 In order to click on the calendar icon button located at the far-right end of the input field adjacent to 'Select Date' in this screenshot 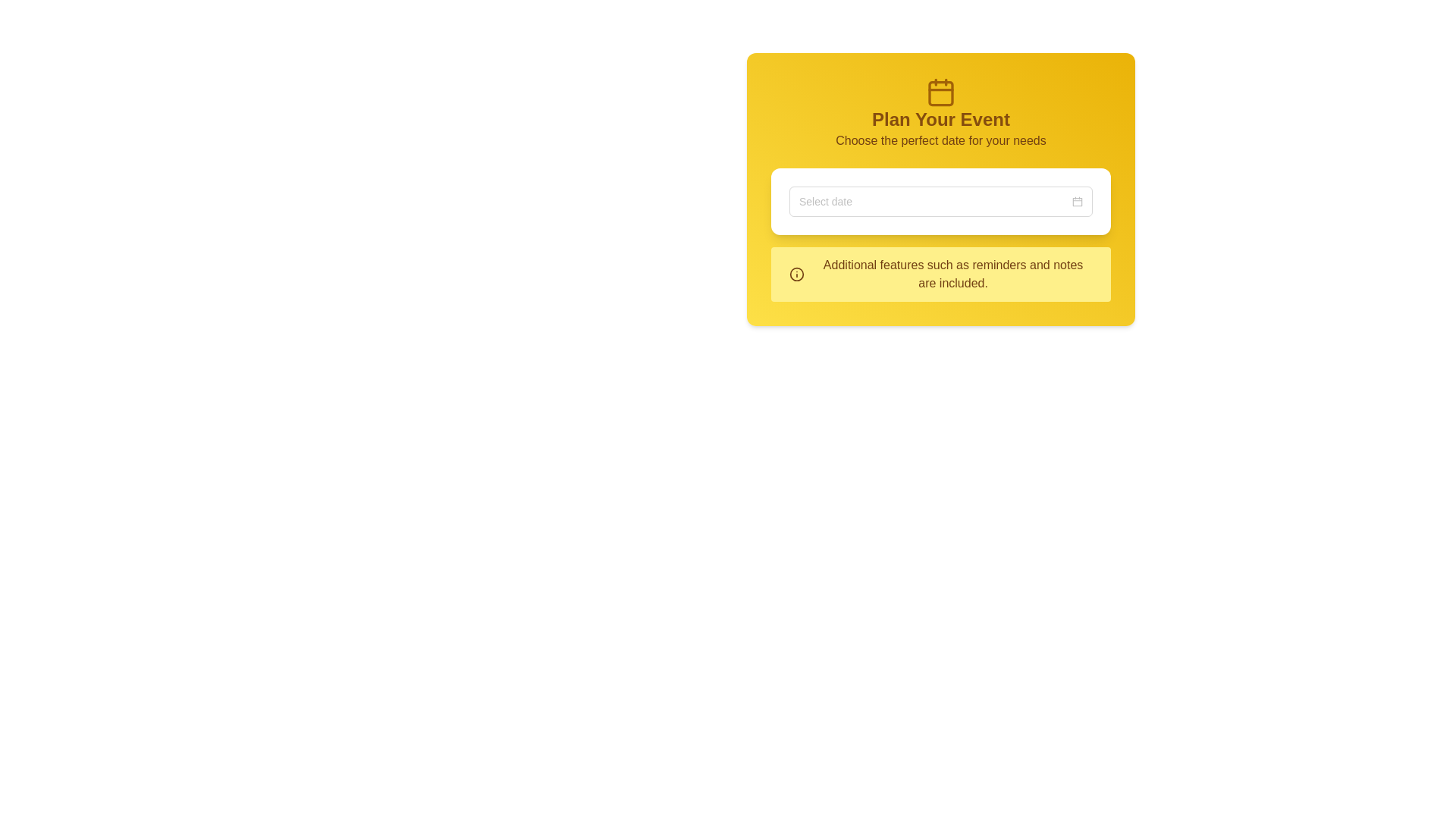, I will do `click(1076, 201)`.